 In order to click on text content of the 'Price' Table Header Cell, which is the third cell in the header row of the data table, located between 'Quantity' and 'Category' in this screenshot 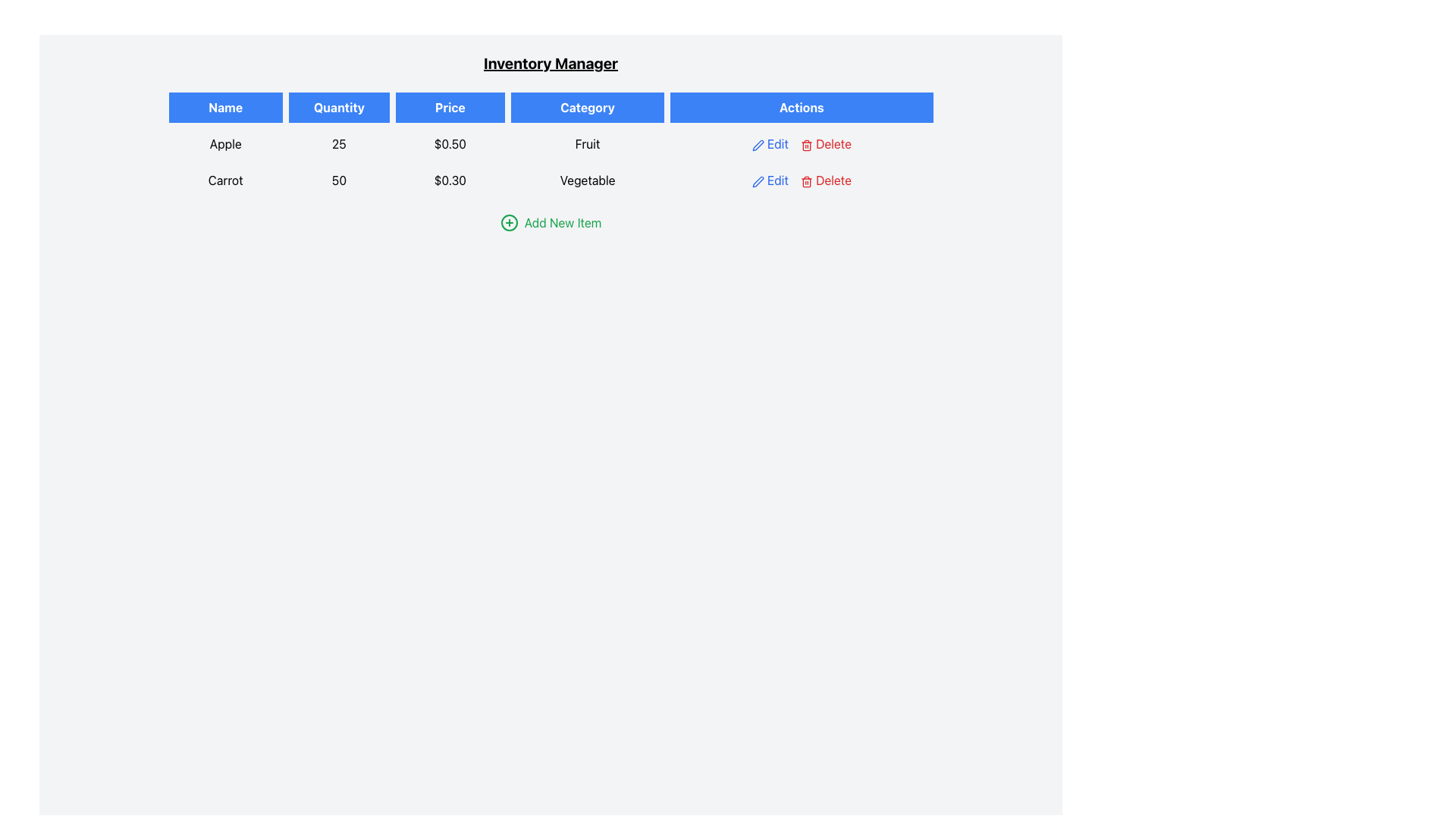, I will do `click(449, 107)`.